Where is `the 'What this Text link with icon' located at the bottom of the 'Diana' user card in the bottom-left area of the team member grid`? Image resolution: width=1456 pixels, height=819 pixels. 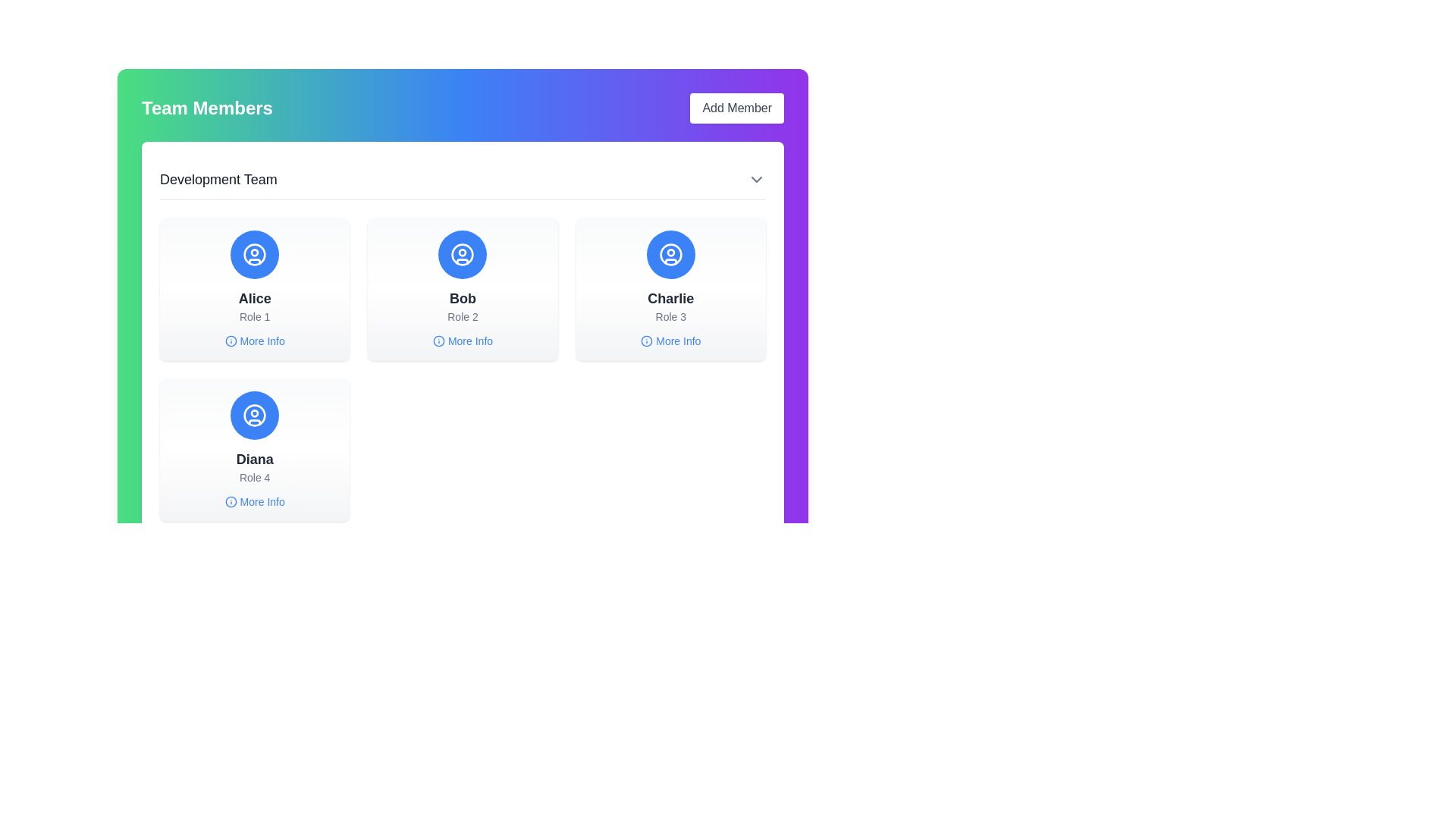
the 'What this Text link with icon' located at the bottom of the 'Diana' user card in the bottom-left area of the team member grid is located at coordinates (255, 502).